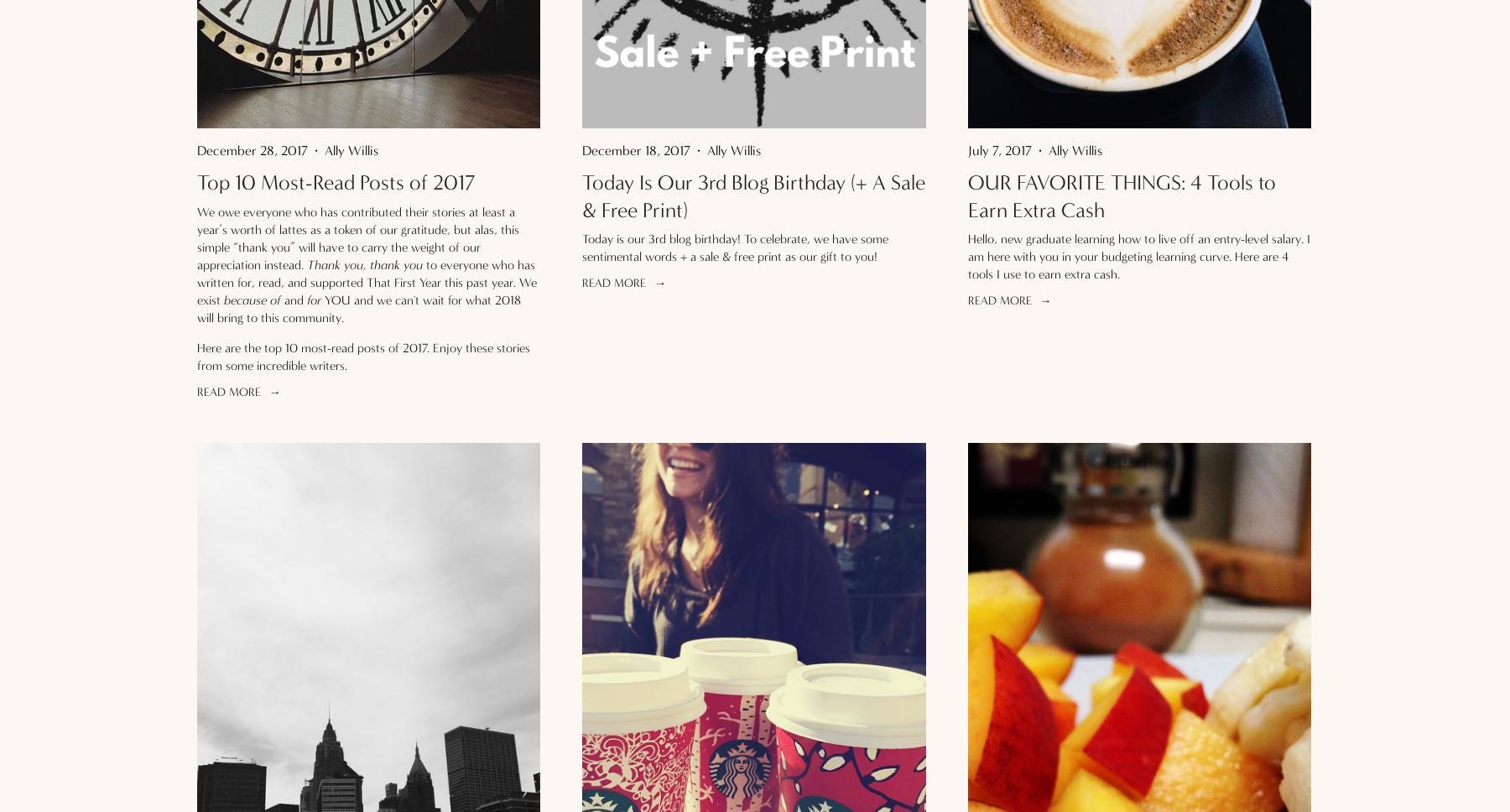 Image resolution: width=1510 pixels, height=812 pixels. I want to click on 'and', so click(294, 299).